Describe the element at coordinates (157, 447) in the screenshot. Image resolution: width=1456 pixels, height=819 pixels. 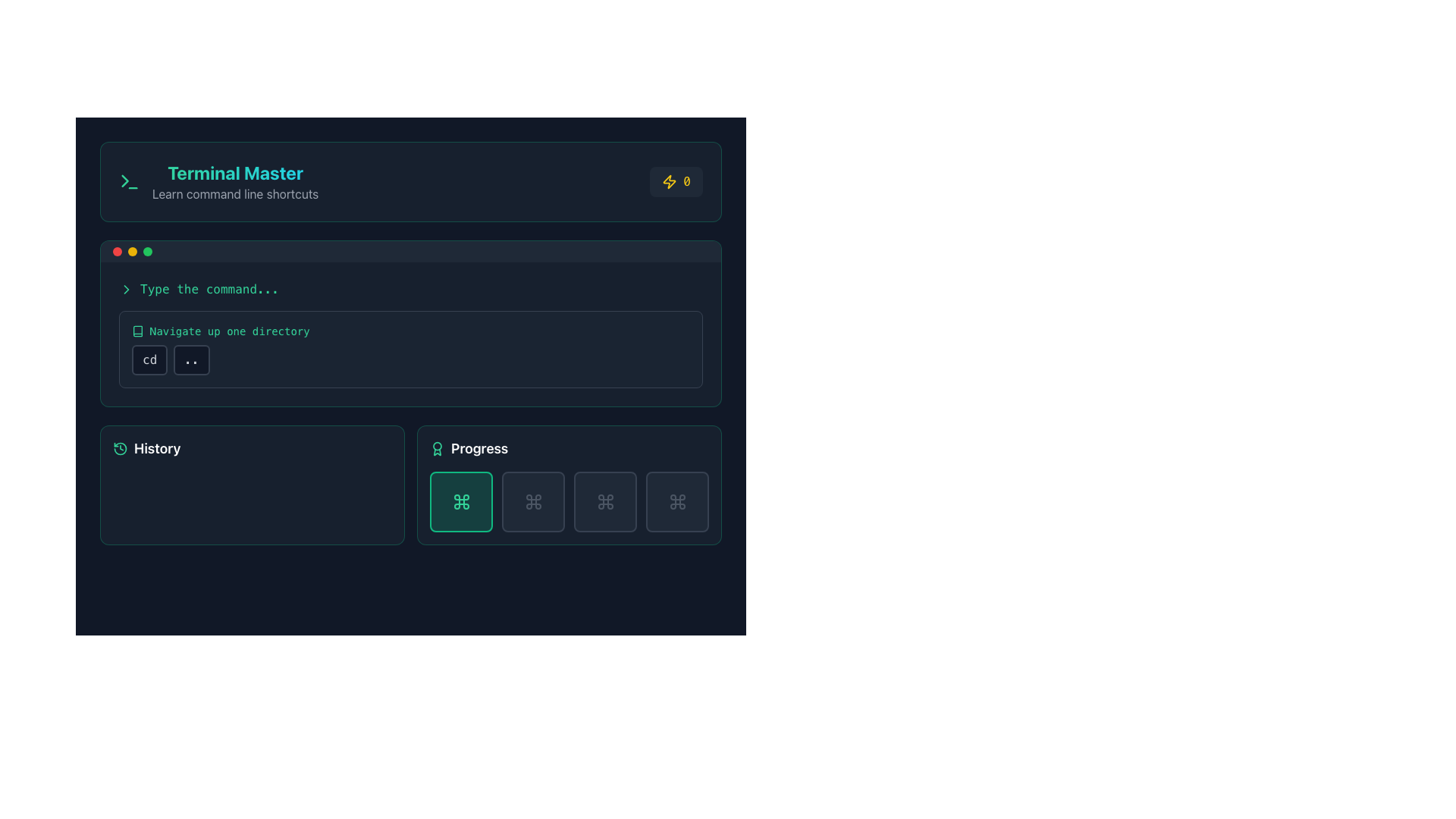
I see `the 'History' text label, which is prominently displayed in a large bold font within a dark-themed interface, located towards the bottom-left portion of the user interface next to a clock icon` at that location.